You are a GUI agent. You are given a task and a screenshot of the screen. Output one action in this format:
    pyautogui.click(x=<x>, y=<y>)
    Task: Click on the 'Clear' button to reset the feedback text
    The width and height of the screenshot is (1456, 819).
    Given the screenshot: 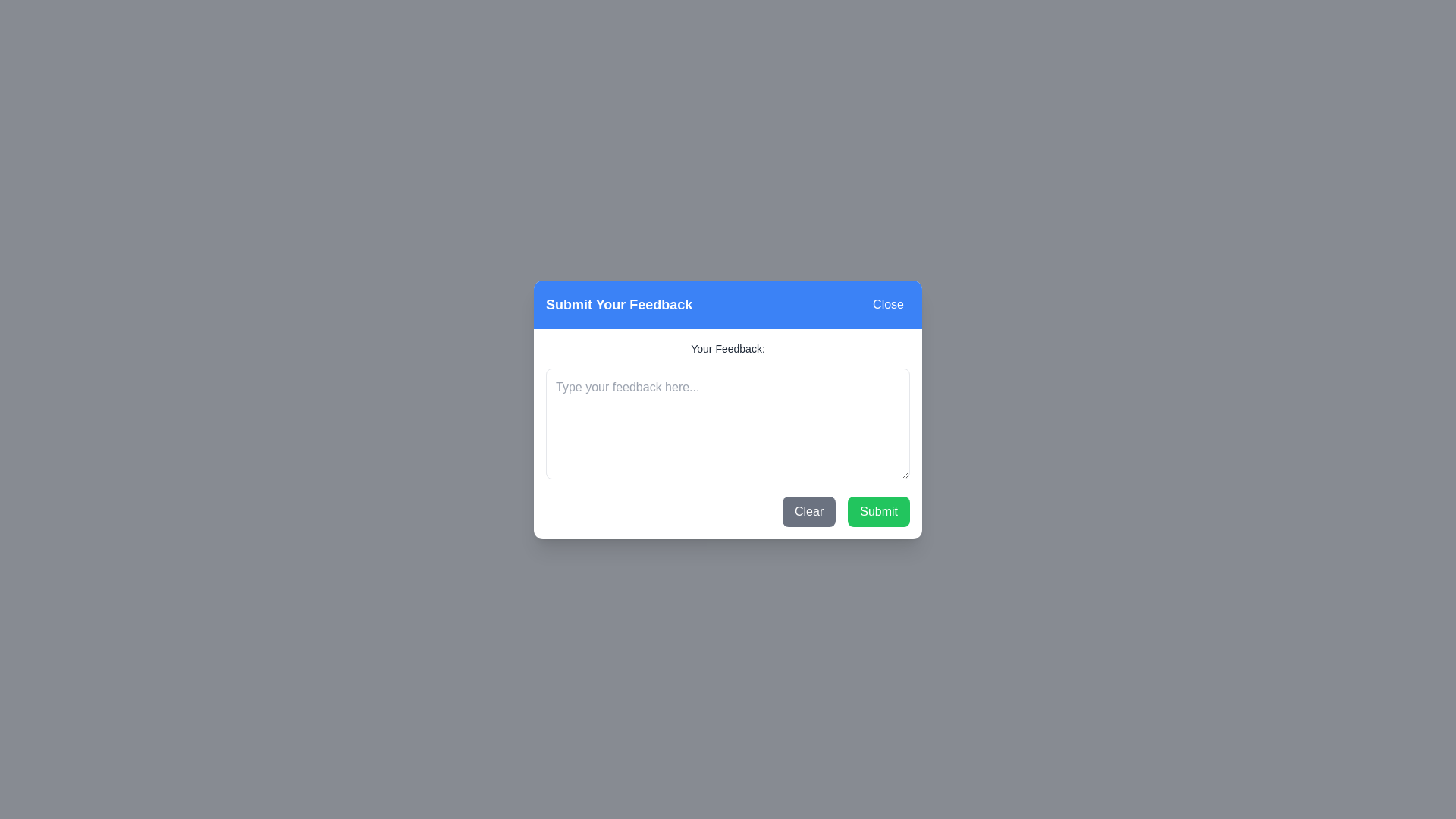 What is the action you would take?
    pyautogui.click(x=808, y=511)
    